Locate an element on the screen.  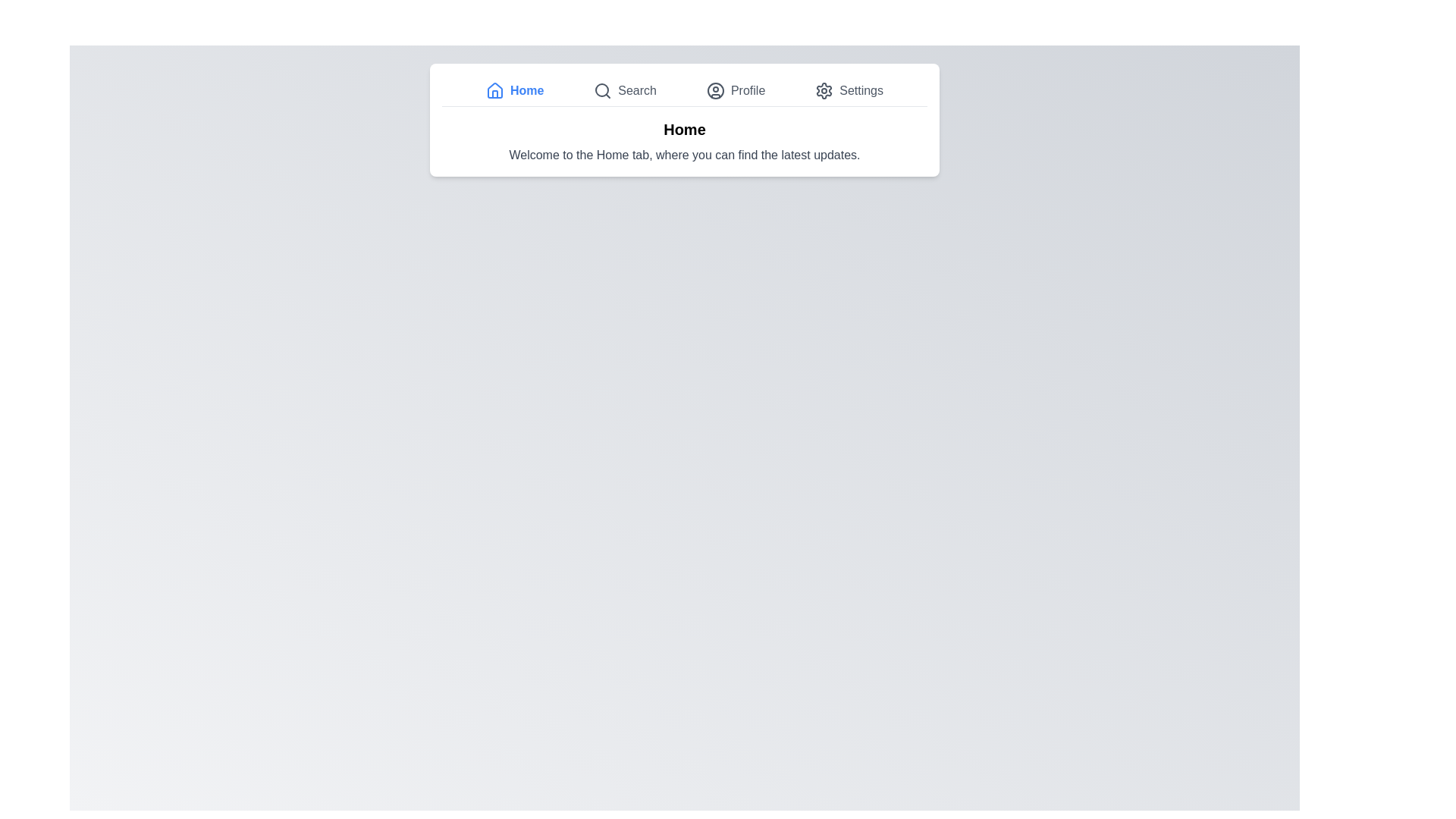
the circular user profile icon located in the navigation bar is located at coordinates (714, 90).